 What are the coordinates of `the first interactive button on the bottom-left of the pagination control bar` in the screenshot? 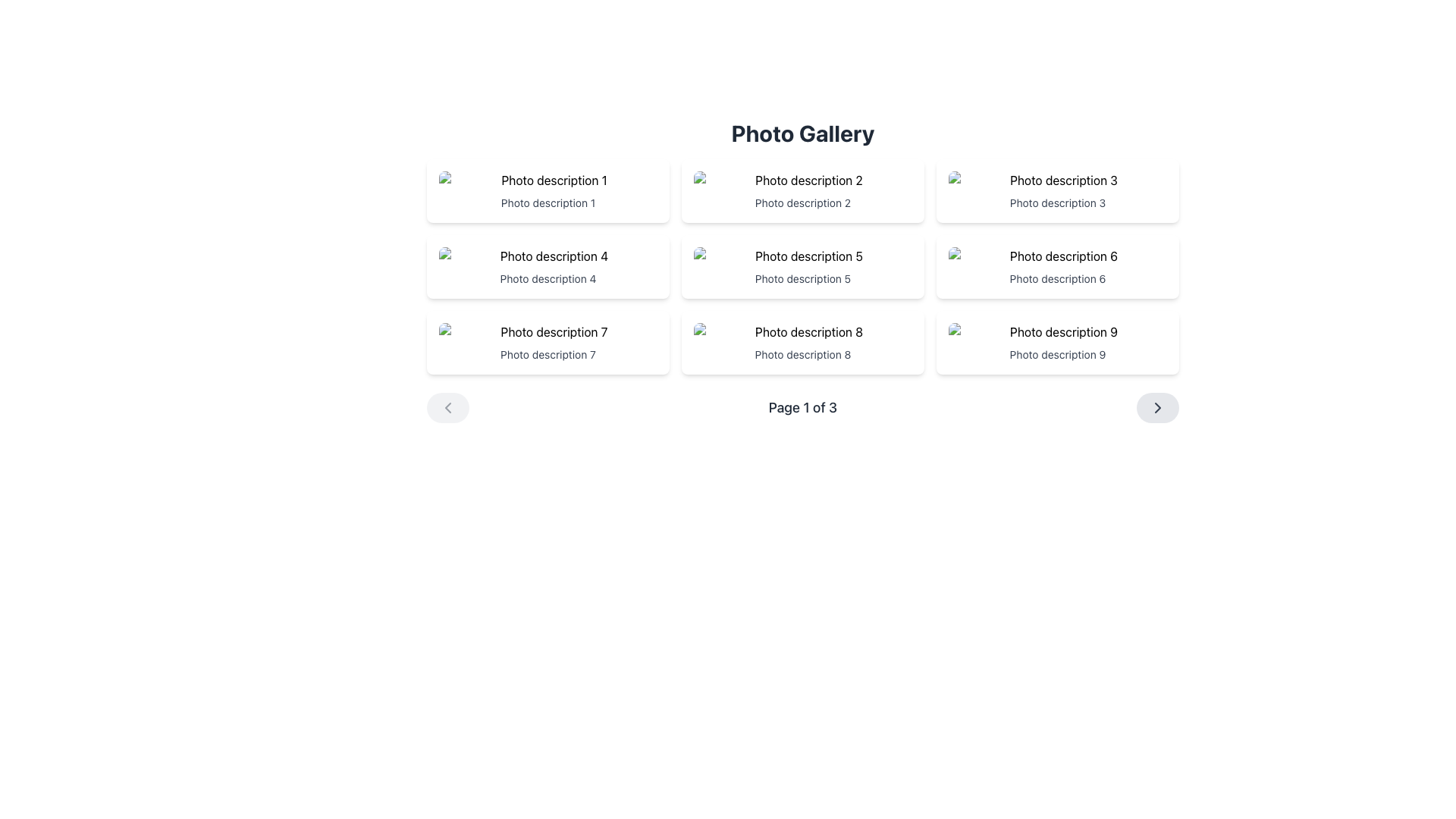 It's located at (447, 406).